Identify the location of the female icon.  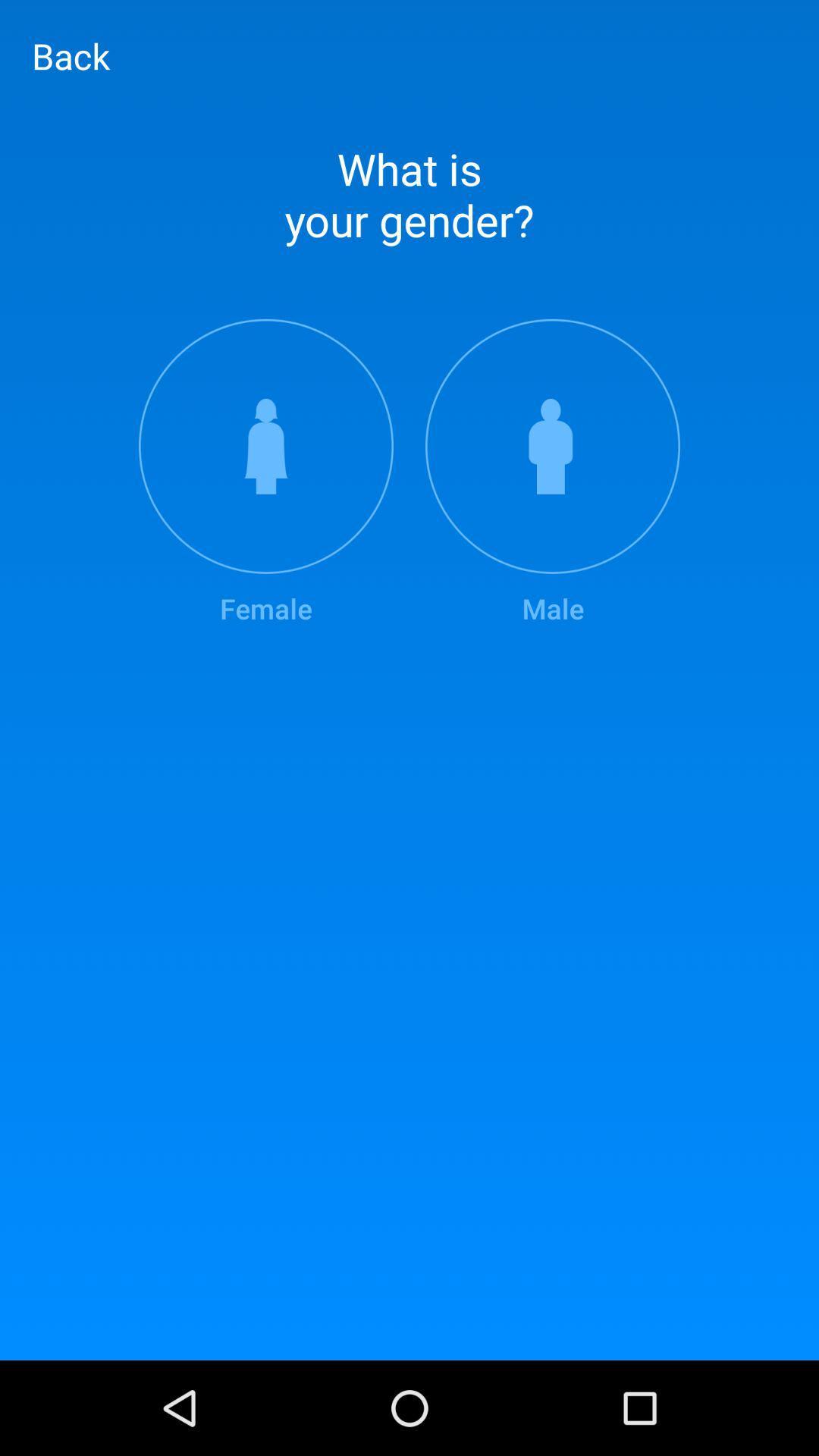
(265, 472).